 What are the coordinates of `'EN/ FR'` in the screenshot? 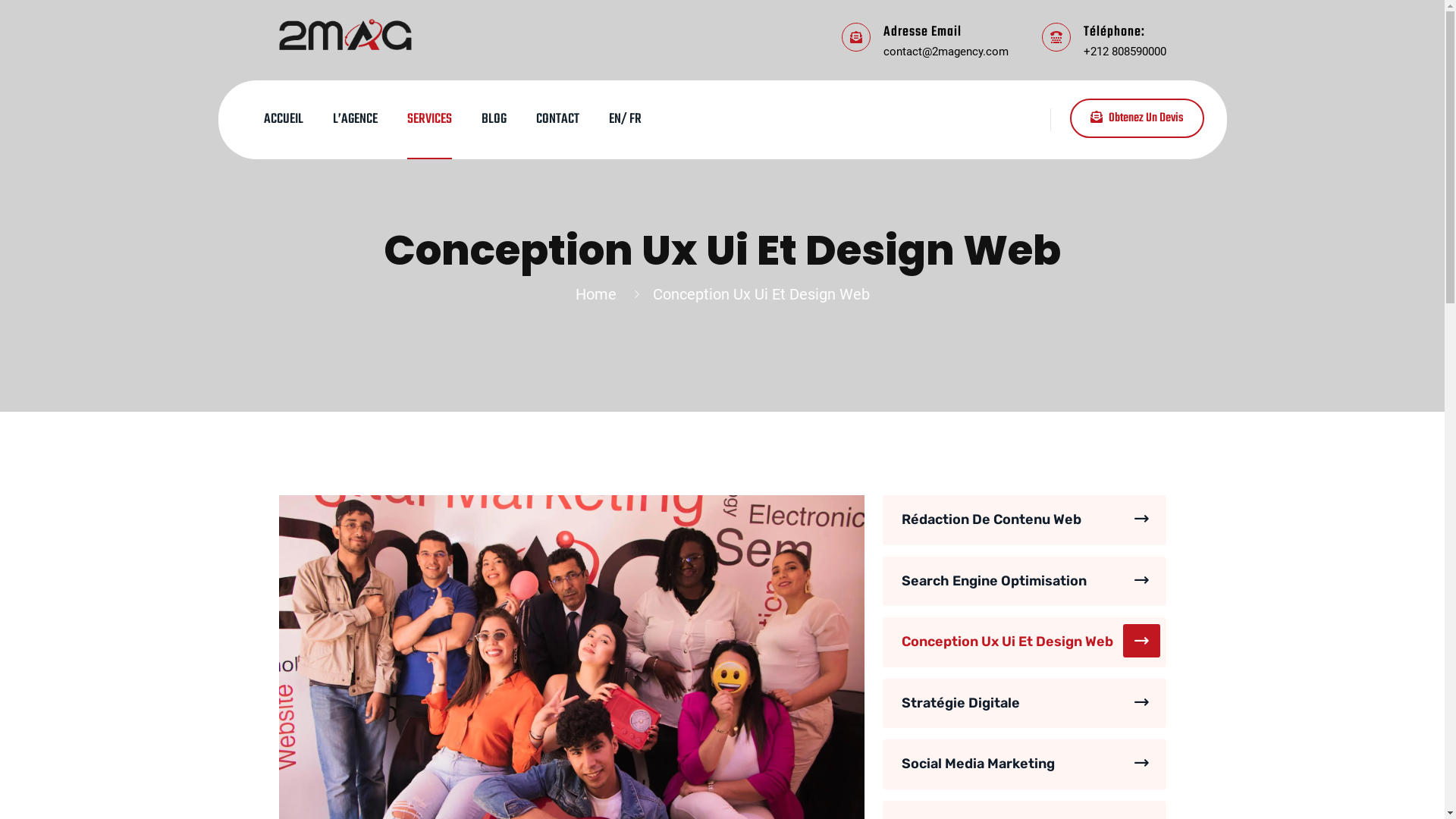 It's located at (624, 119).